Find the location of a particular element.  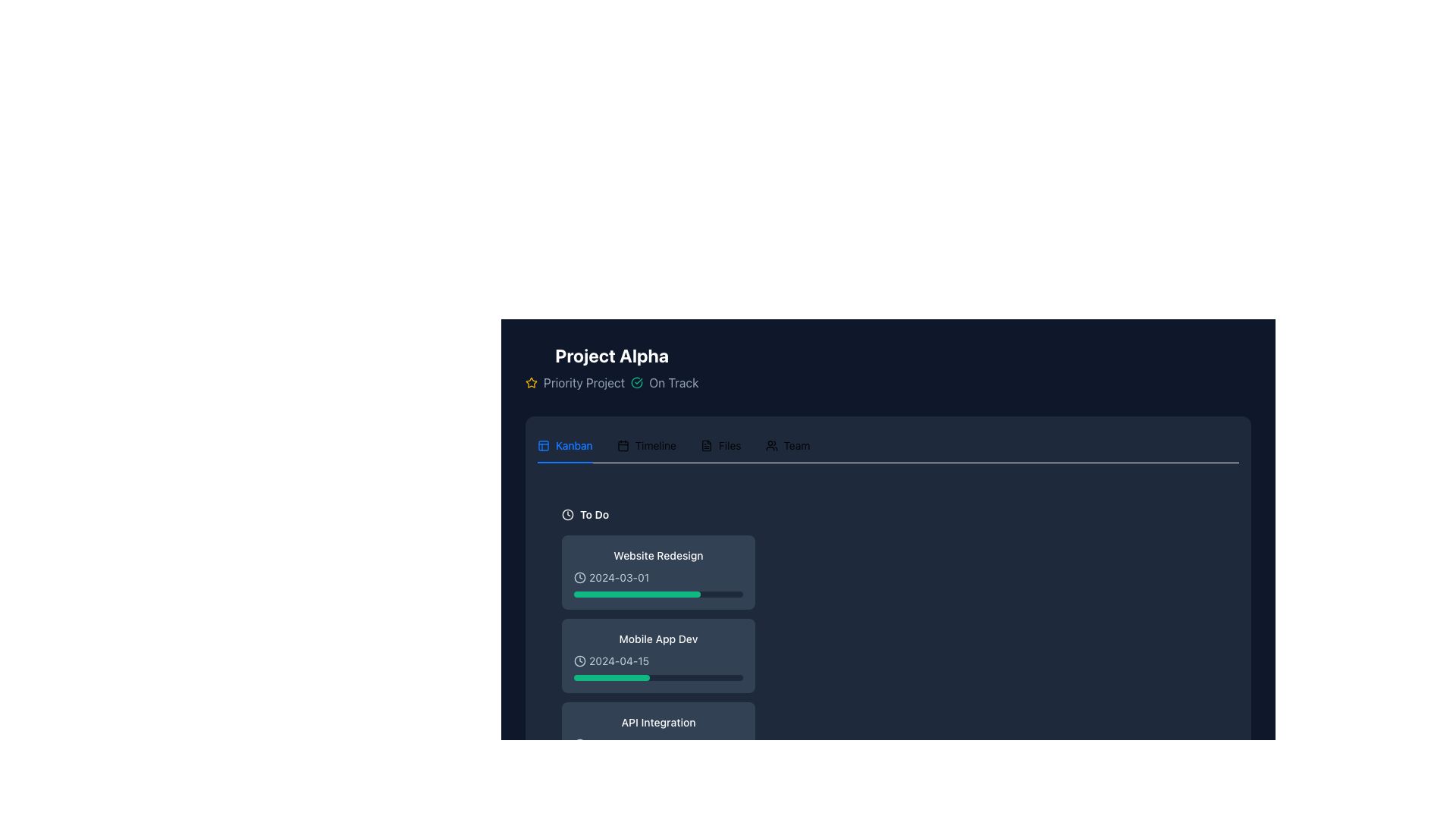

the text label displaying '2024-03-20' which is styled with a light gray font color and accompanied by a clock icon, positioned beneath the 'API Integration' text is located at coordinates (658, 744).